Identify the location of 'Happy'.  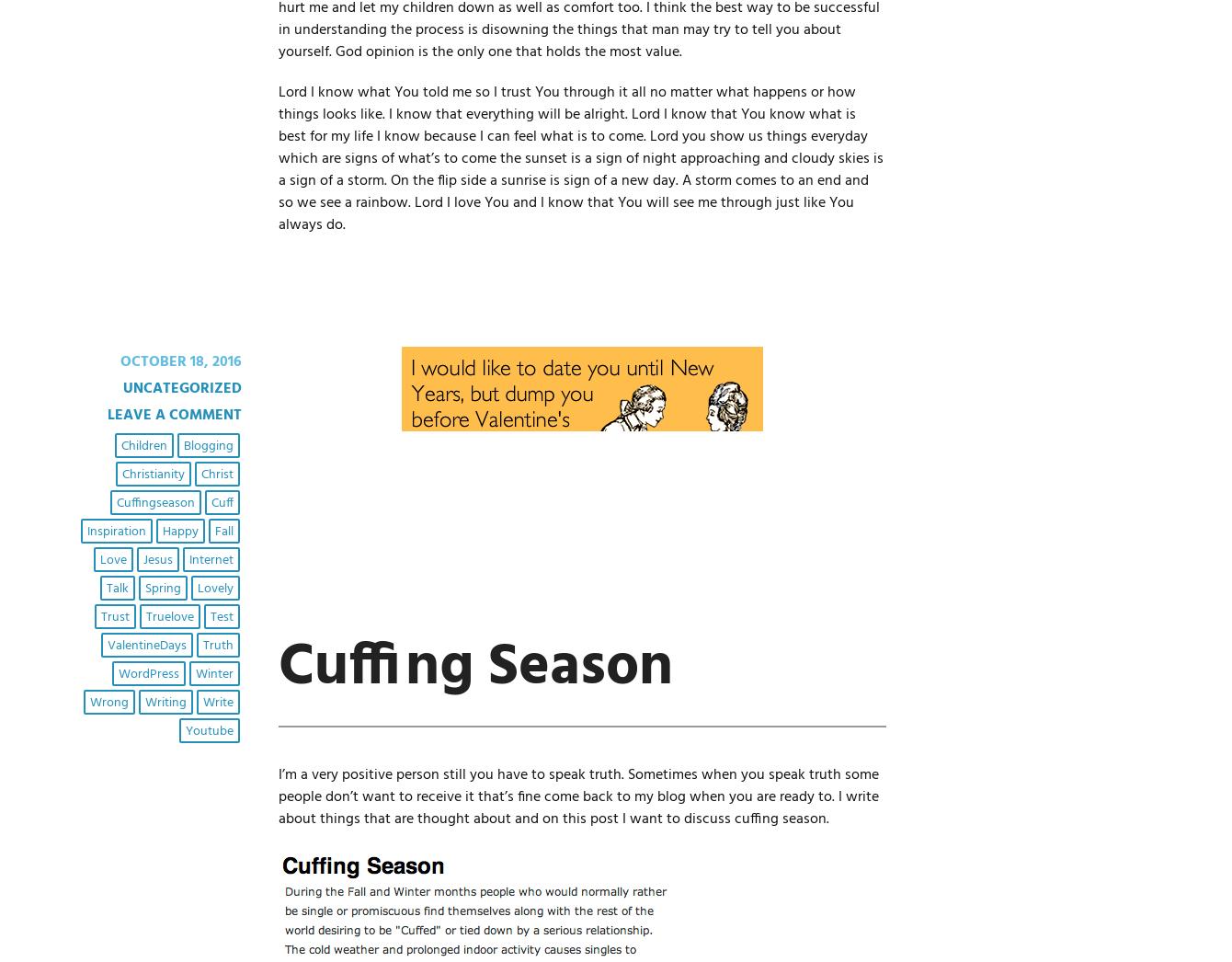
(160, 532).